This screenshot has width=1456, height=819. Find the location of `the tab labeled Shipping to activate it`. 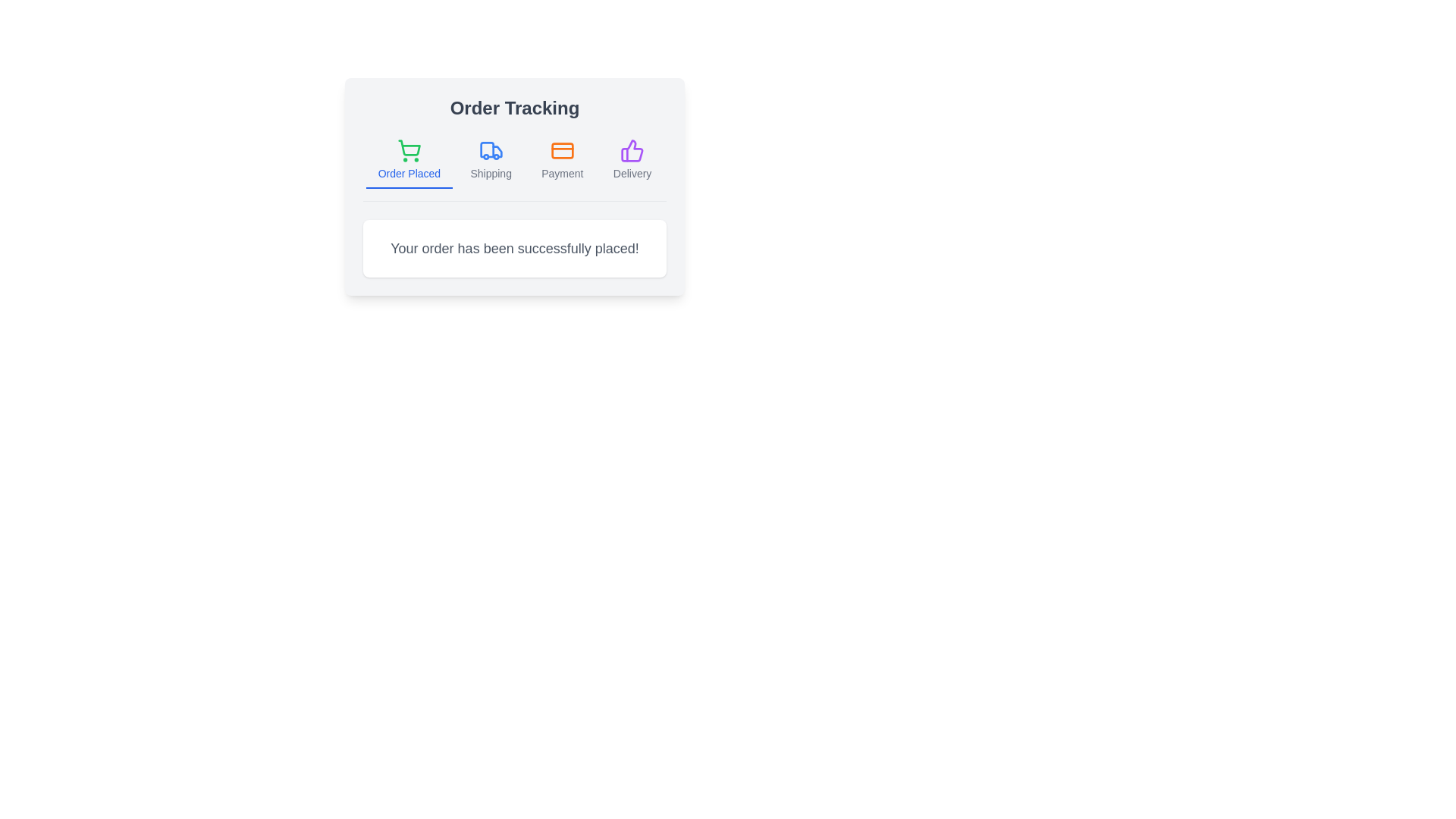

the tab labeled Shipping to activate it is located at coordinates (491, 161).